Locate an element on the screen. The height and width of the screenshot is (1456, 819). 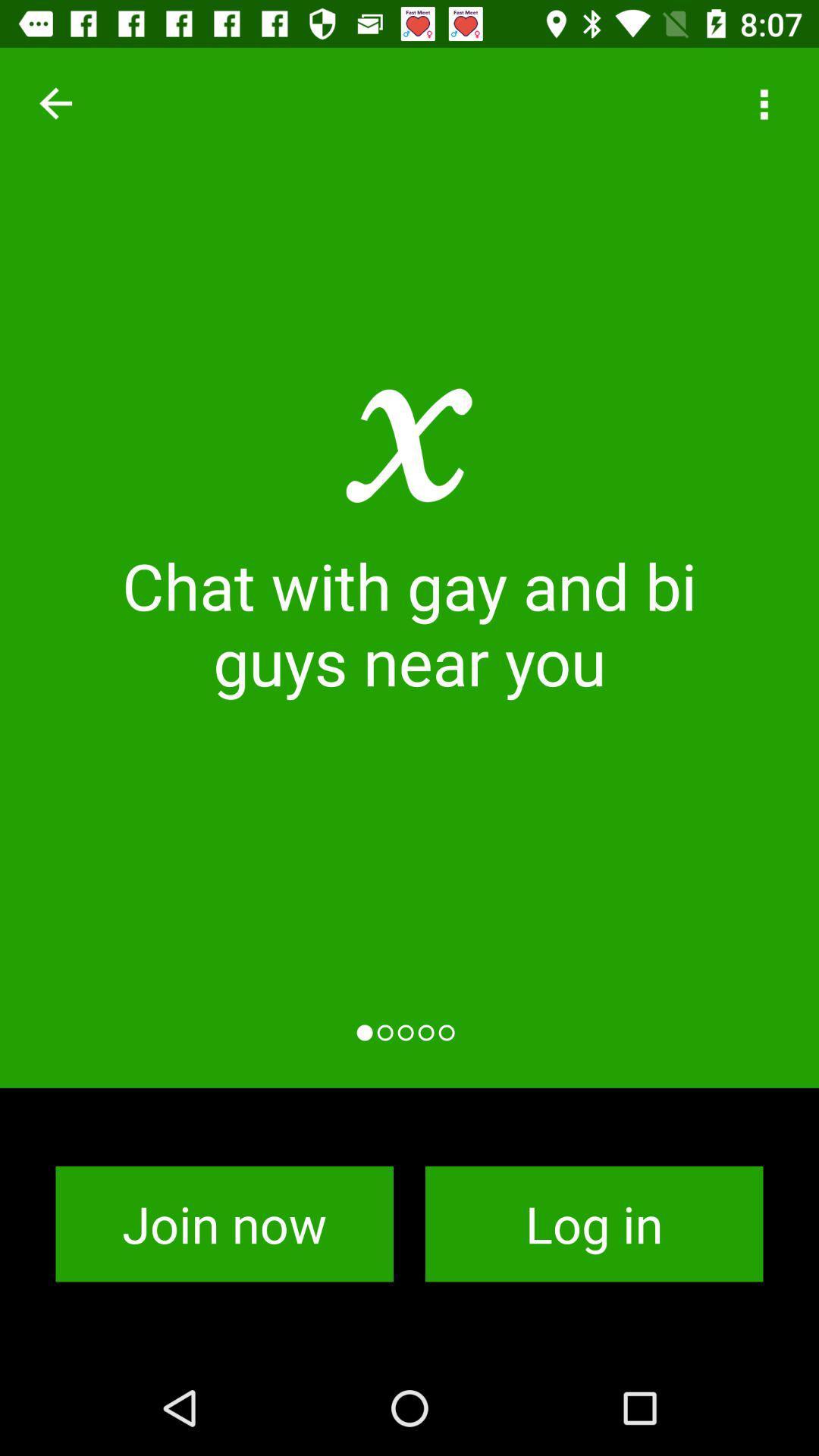
the join now is located at coordinates (224, 1224).